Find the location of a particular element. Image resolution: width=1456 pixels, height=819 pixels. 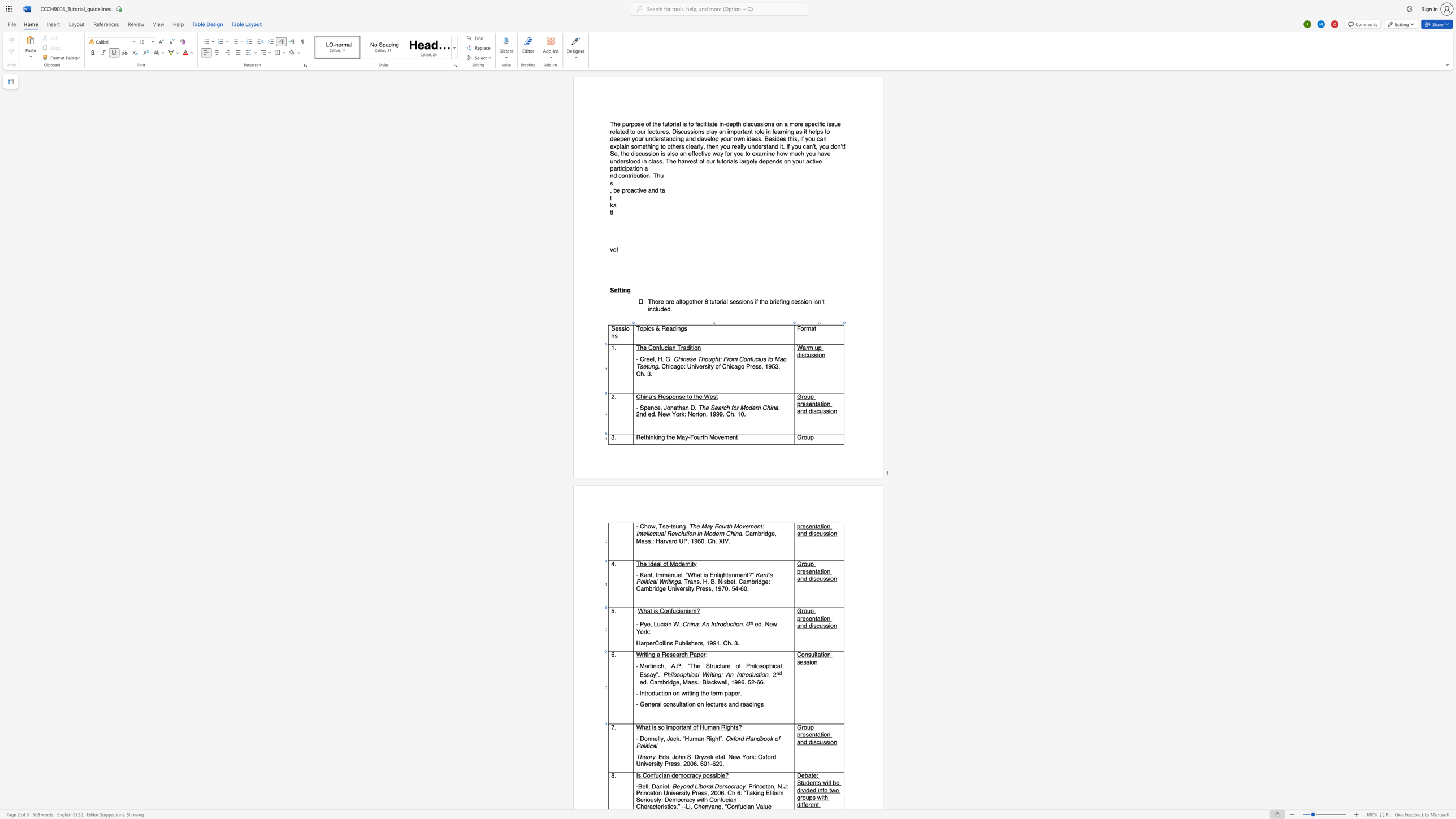

the 1th character "a" in the text is located at coordinates (645, 666).